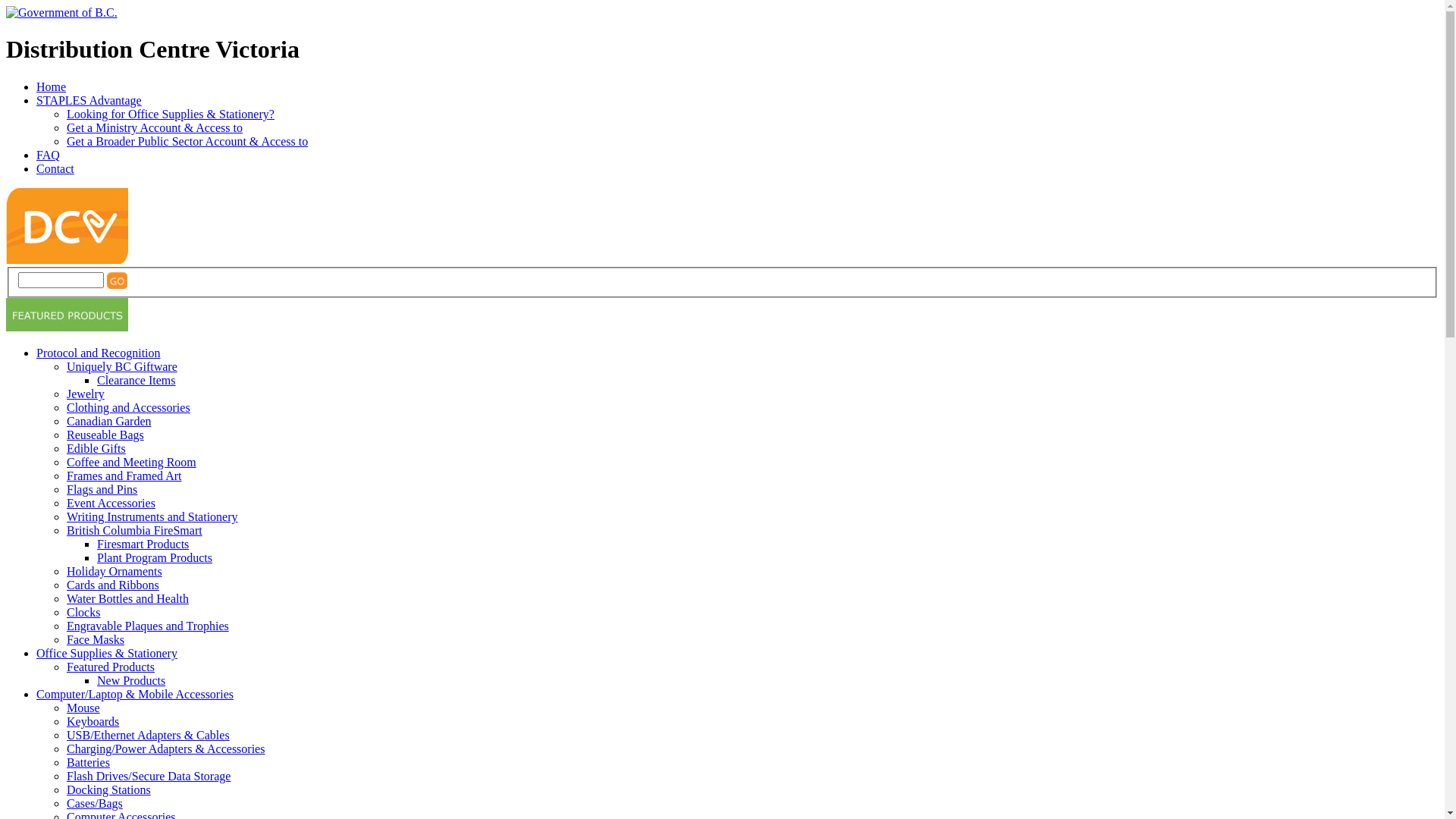  What do you see at coordinates (96, 557) in the screenshot?
I see `'Plant Program Products'` at bounding box center [96, 557].